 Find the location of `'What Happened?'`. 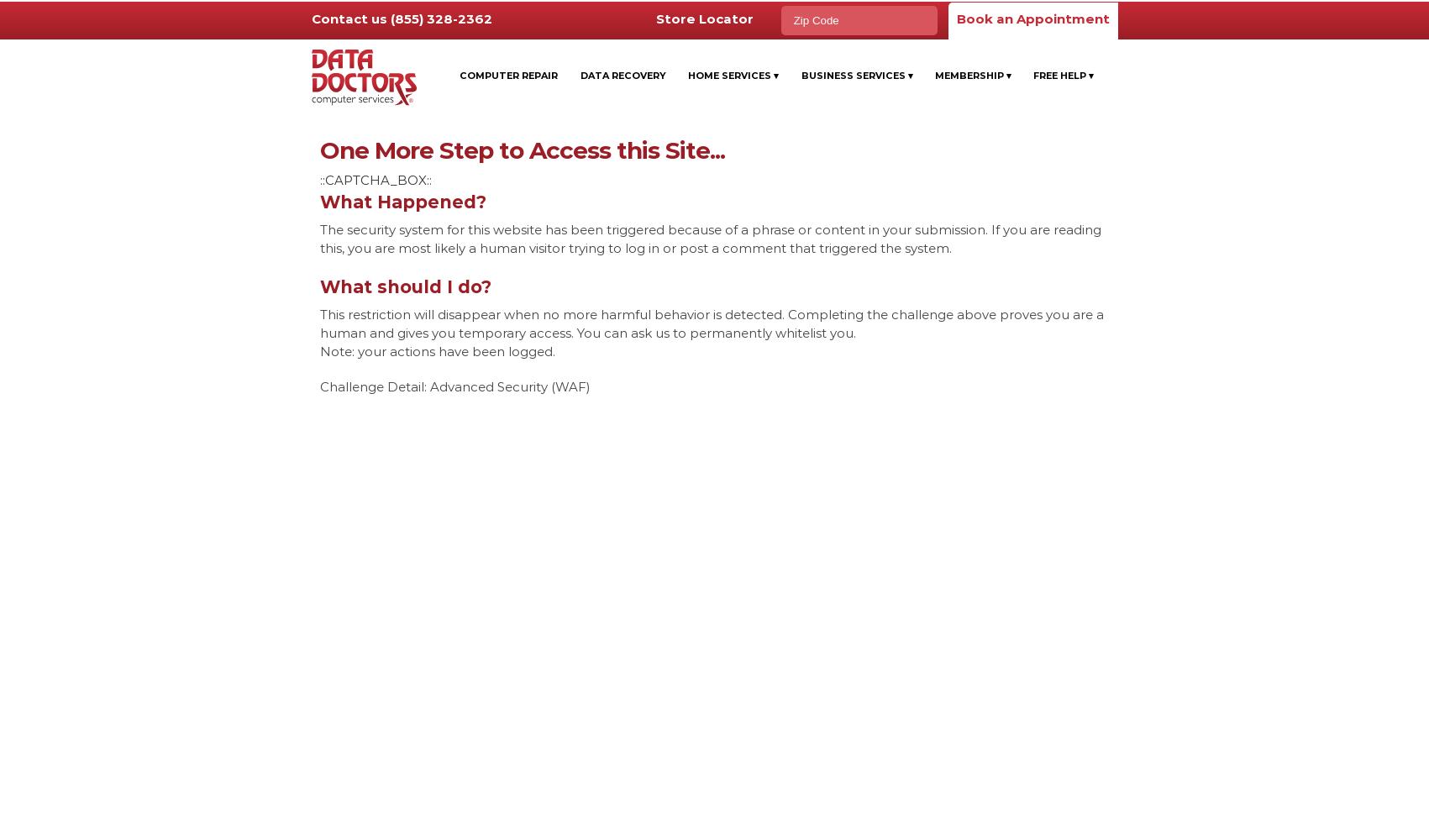

'What Happened?' is located at coordinates (402, 201).